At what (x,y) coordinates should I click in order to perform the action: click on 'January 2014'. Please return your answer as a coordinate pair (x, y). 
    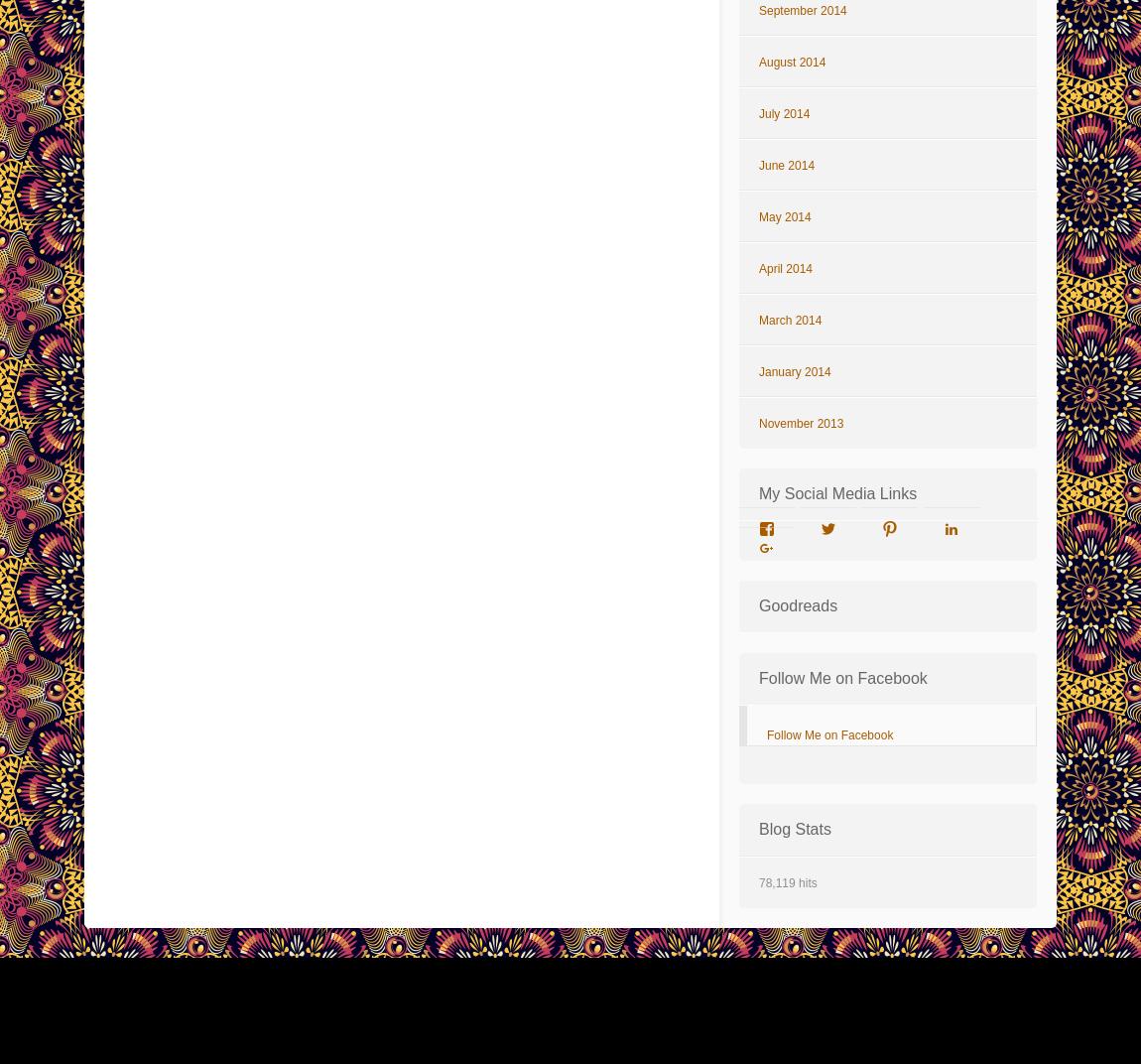
    Looking at the image, I should click on (757, 371).